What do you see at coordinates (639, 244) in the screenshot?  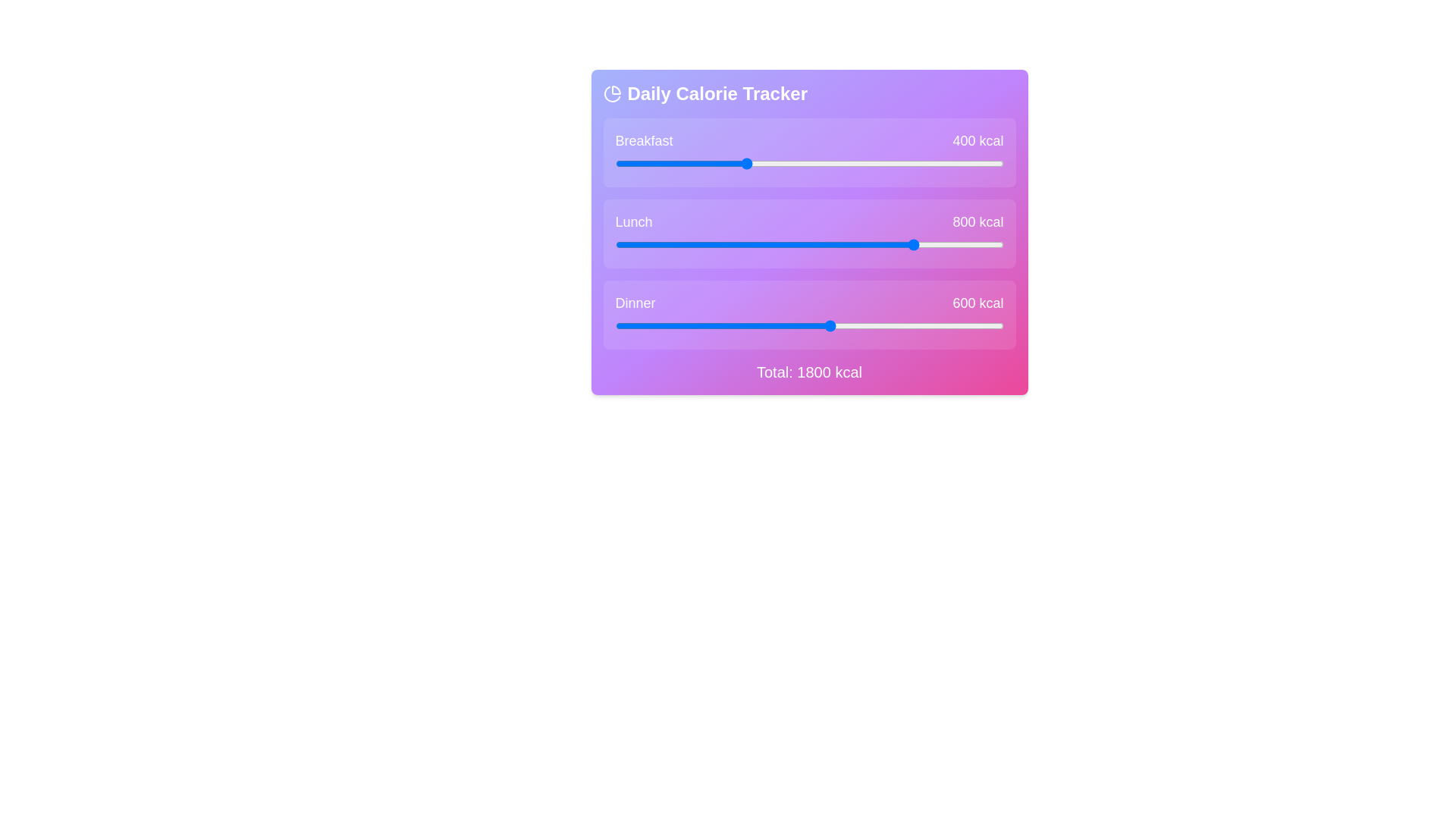 I see `the lunch calorie value` at bounding box center [639, 244].